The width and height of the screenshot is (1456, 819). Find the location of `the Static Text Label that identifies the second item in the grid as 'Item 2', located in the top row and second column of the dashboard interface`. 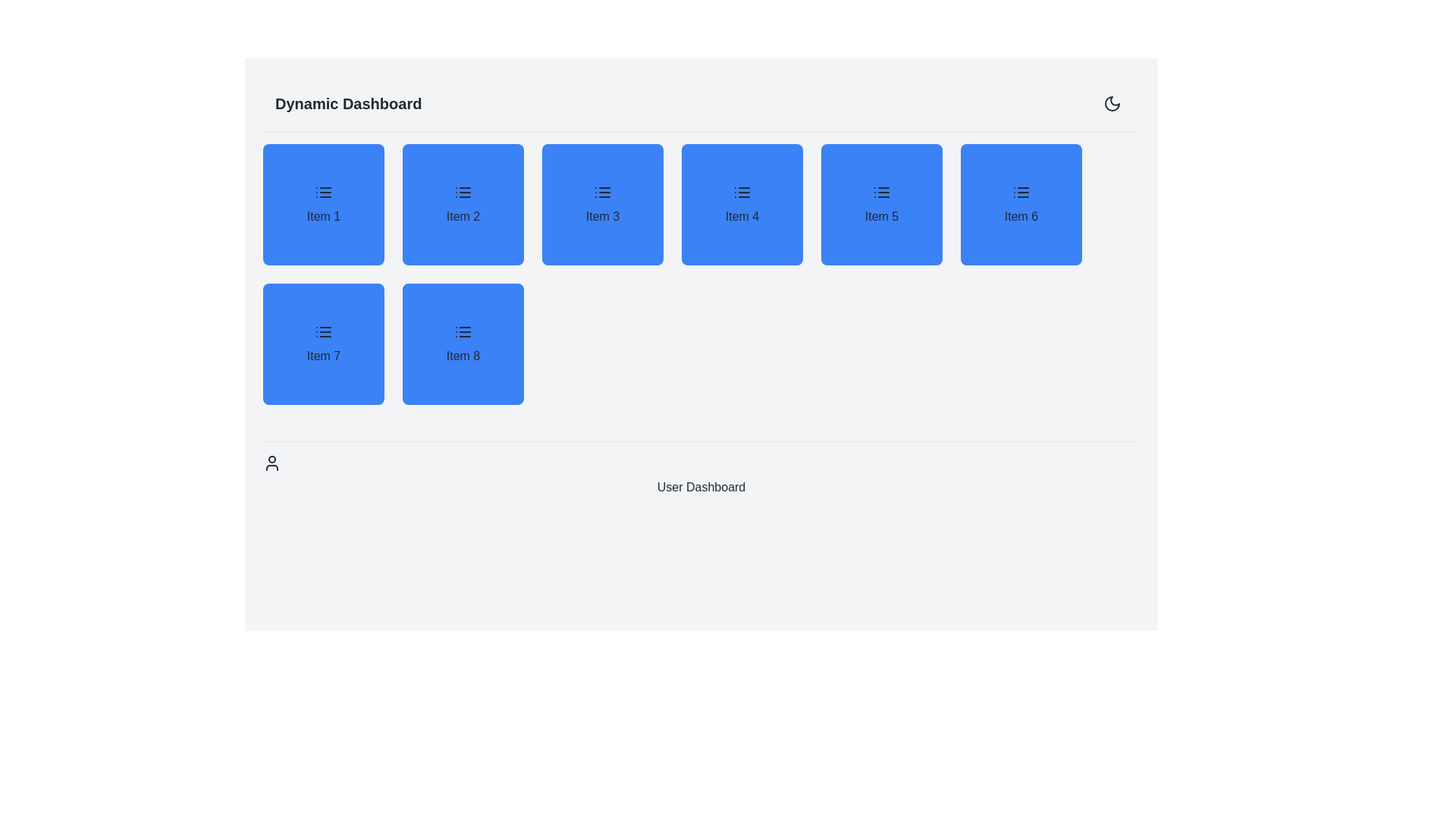

the Static Text Label that identifies the second item in the grid as 'Item 2', located in the top row and second column of the dashboard interface is located at coordinates (462, 216).